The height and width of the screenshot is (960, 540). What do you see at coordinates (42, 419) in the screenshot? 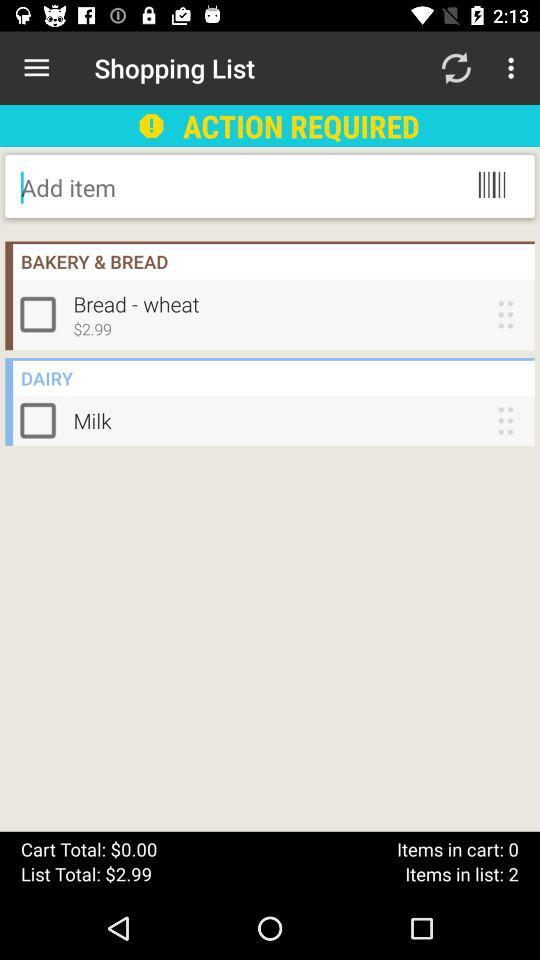
I see `milk to cart` at bounding box center [42, 419].